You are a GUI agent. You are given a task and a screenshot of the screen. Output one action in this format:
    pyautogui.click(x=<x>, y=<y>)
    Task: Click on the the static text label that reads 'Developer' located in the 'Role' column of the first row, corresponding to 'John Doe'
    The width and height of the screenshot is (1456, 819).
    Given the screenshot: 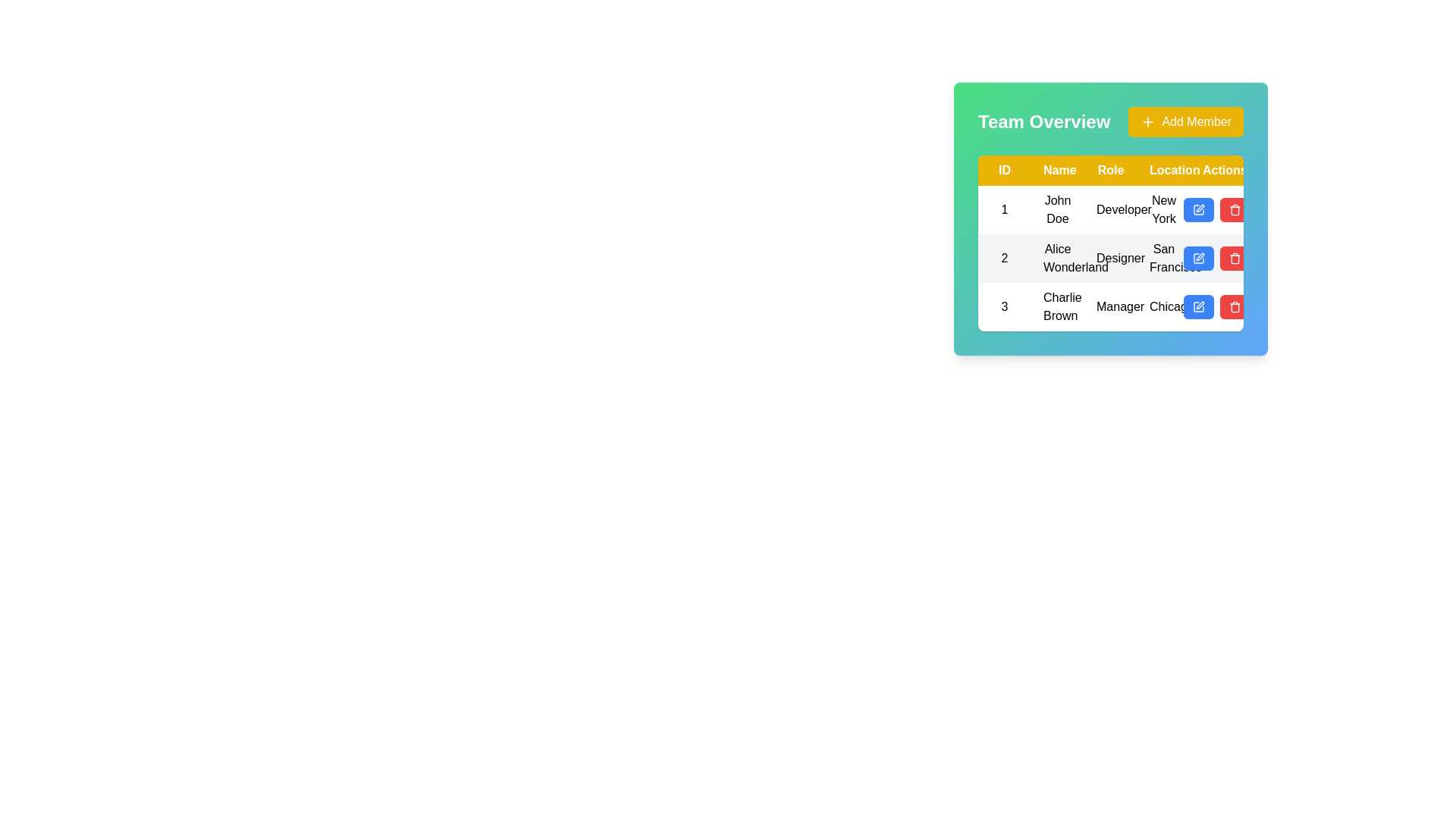 What is the action you would take?
    pyautogui.click(x=1110, y=210)
    